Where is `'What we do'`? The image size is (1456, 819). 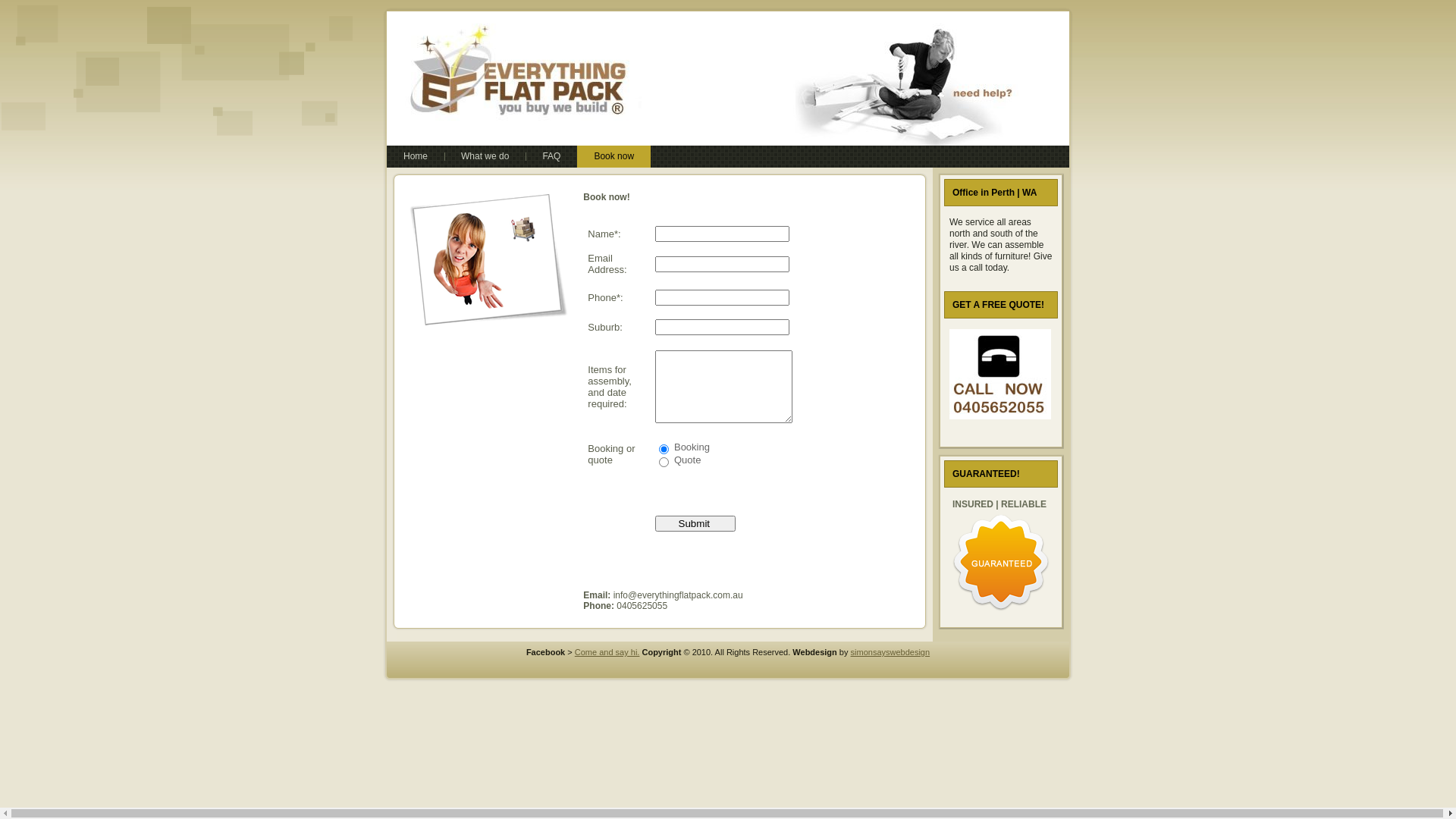 'What we do' is located at coordinates (484, 156).